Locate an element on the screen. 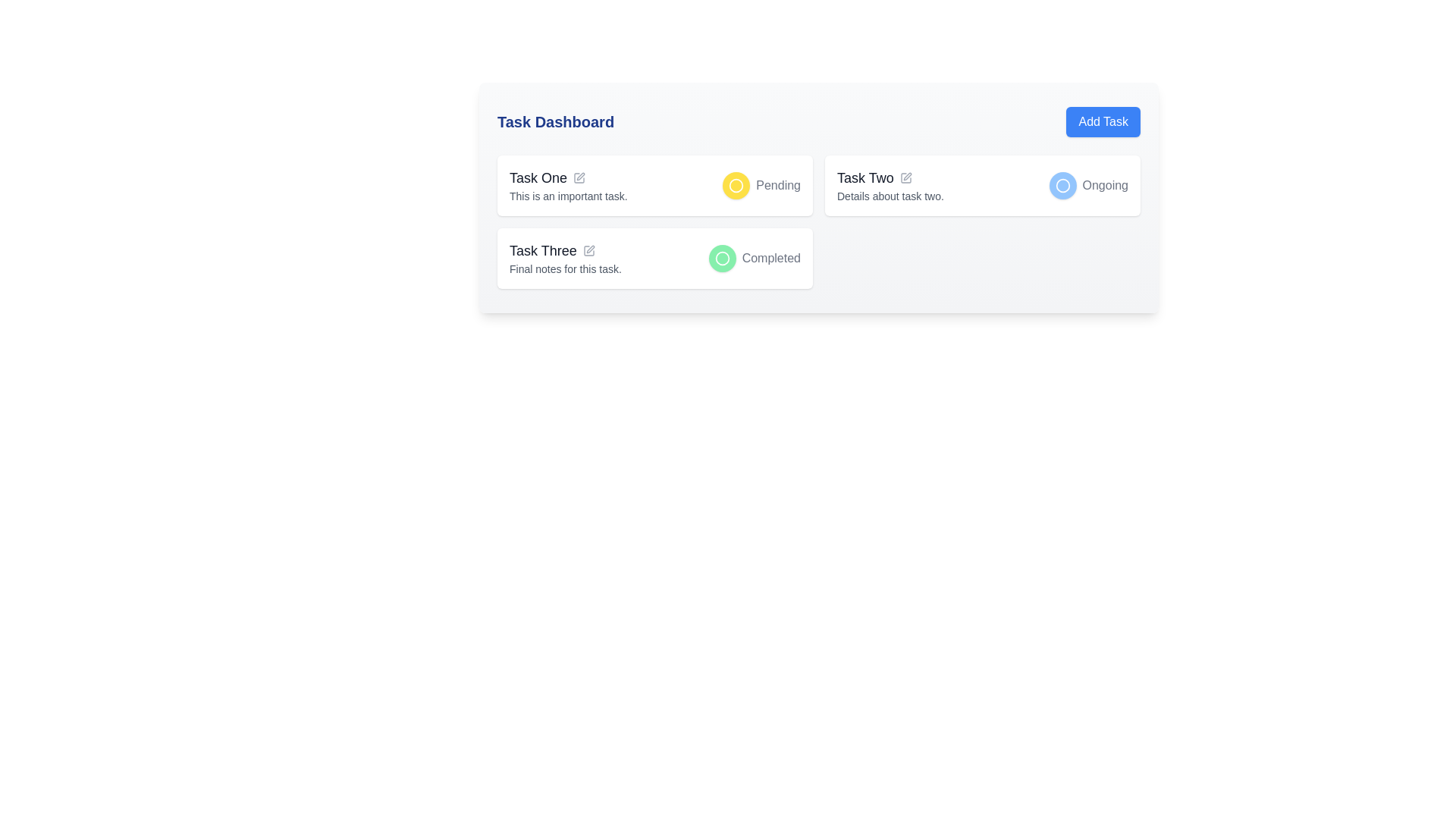  the text label indicating the completion status of the task in the 'Task Three' section, positioned to the right of the green circular icon is located at coordinates (771, 257).